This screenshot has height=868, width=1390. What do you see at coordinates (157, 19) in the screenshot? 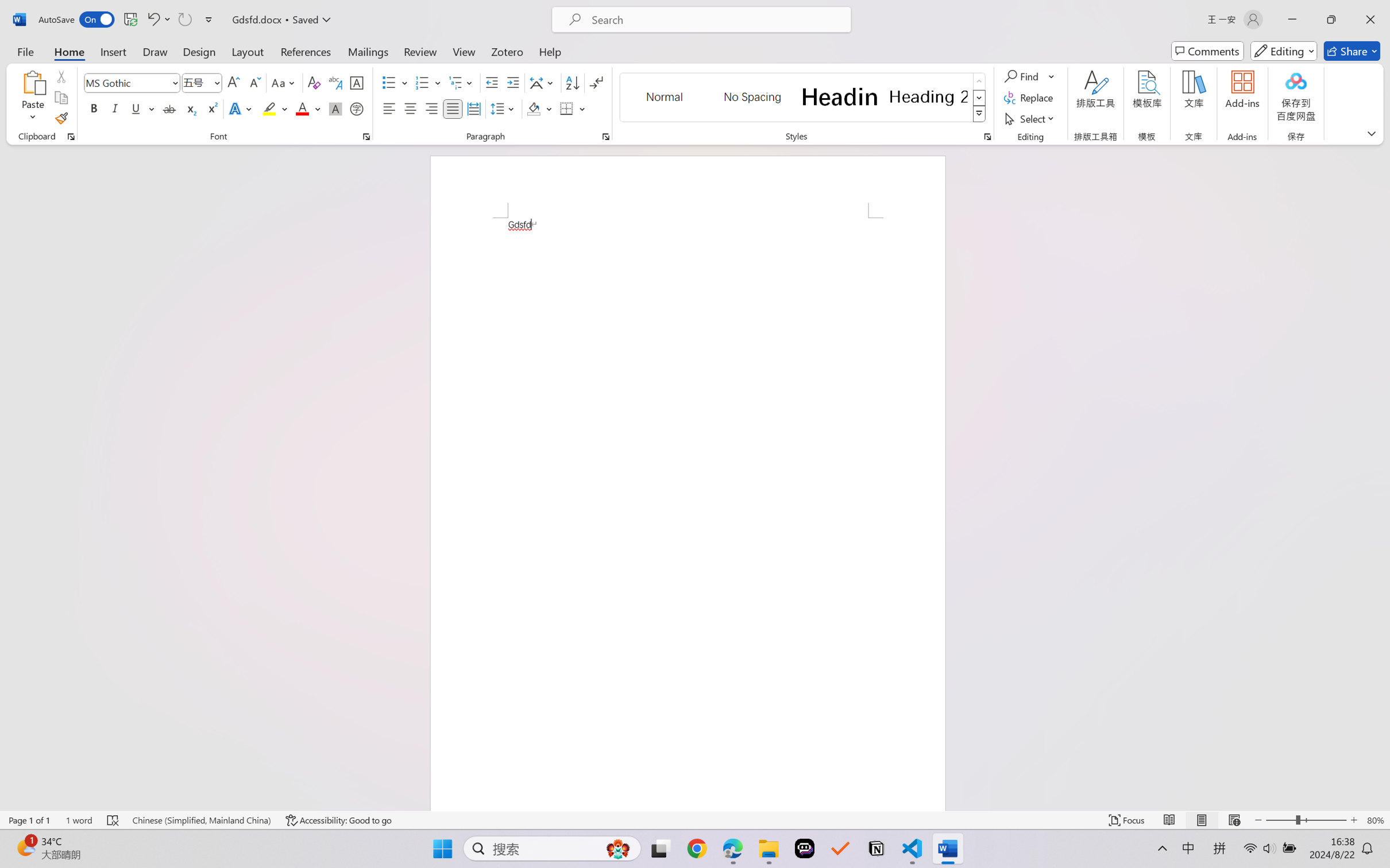
I see `'Undo Font Formatting'` at bounding box center [157, 19].